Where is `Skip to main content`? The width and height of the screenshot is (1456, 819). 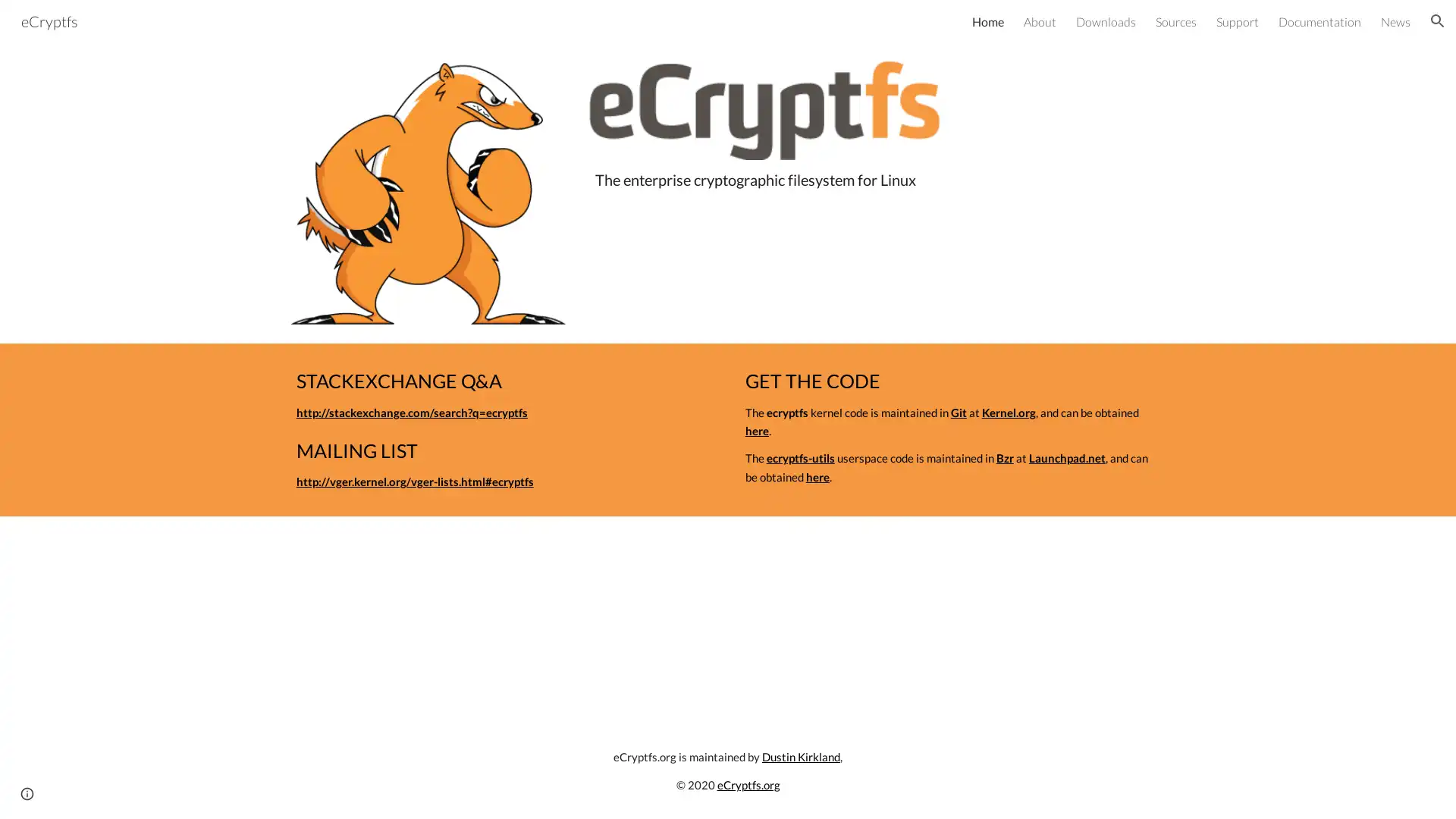 Skip to main content is located at coordinates (597, 28).